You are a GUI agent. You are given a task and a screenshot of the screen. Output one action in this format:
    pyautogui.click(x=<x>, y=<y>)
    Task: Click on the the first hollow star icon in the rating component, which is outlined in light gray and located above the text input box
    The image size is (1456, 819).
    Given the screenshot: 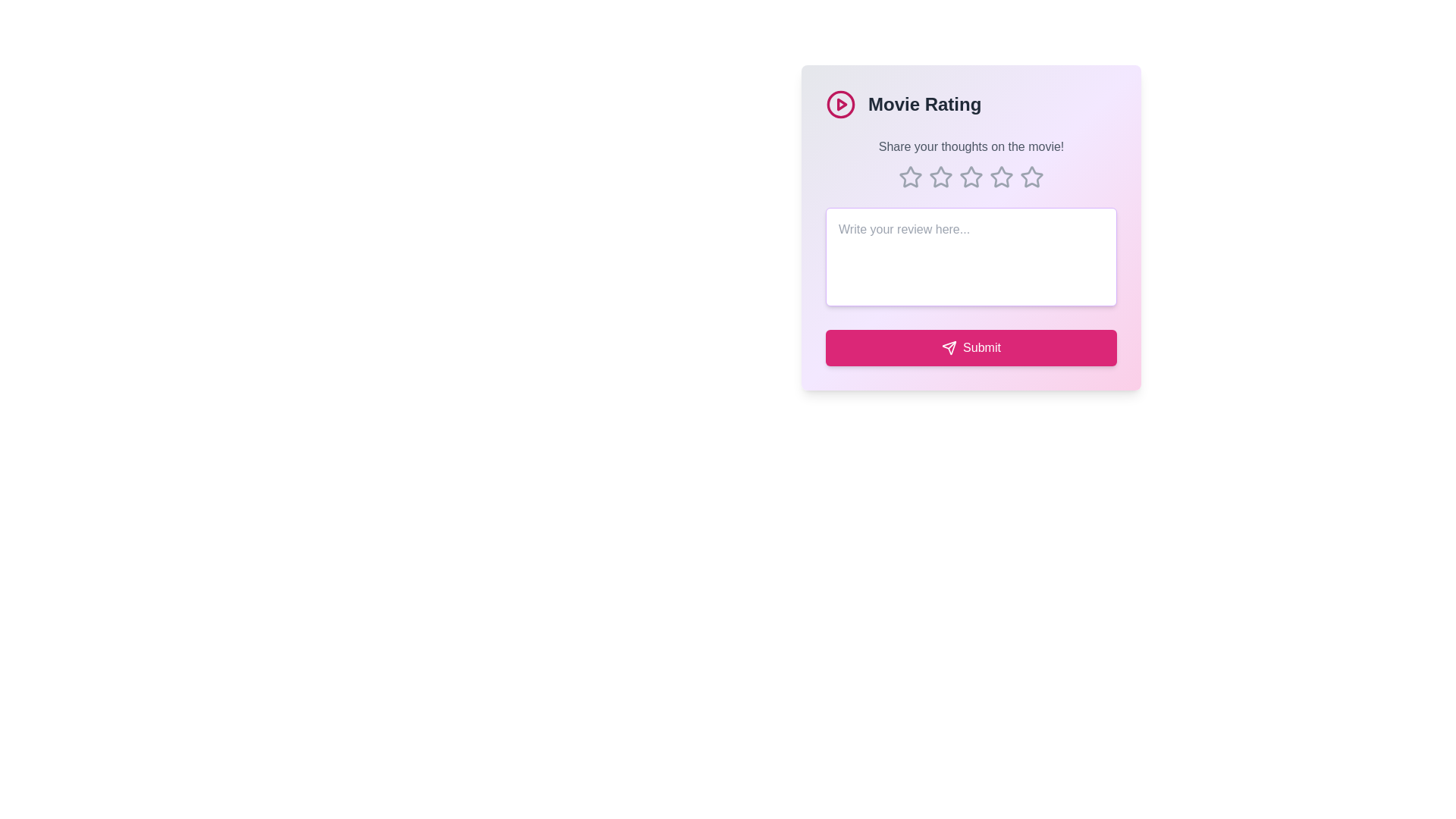 What is the action you would take?
    pyautogui.click(x=910, y=175)
    